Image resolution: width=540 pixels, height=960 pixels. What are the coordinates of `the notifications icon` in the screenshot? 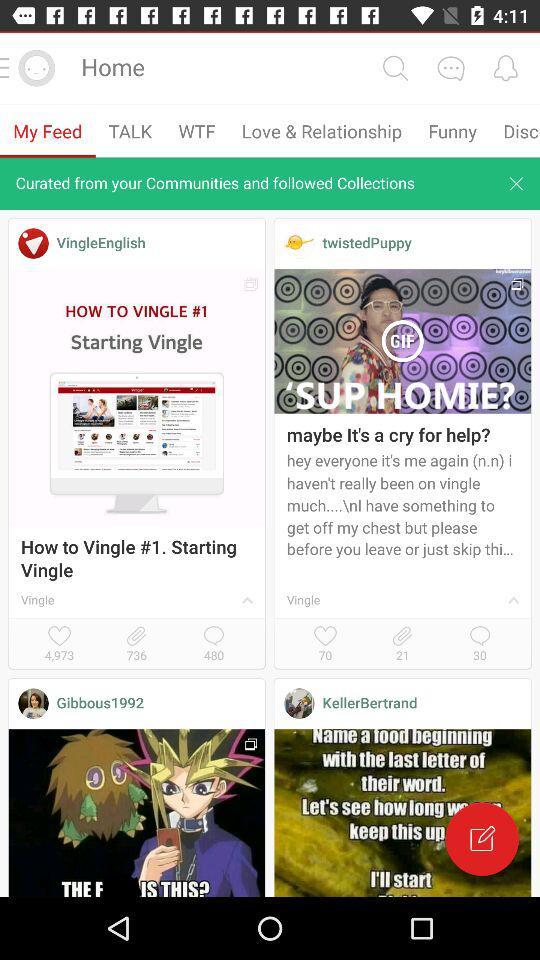 It's located at (504, 68).